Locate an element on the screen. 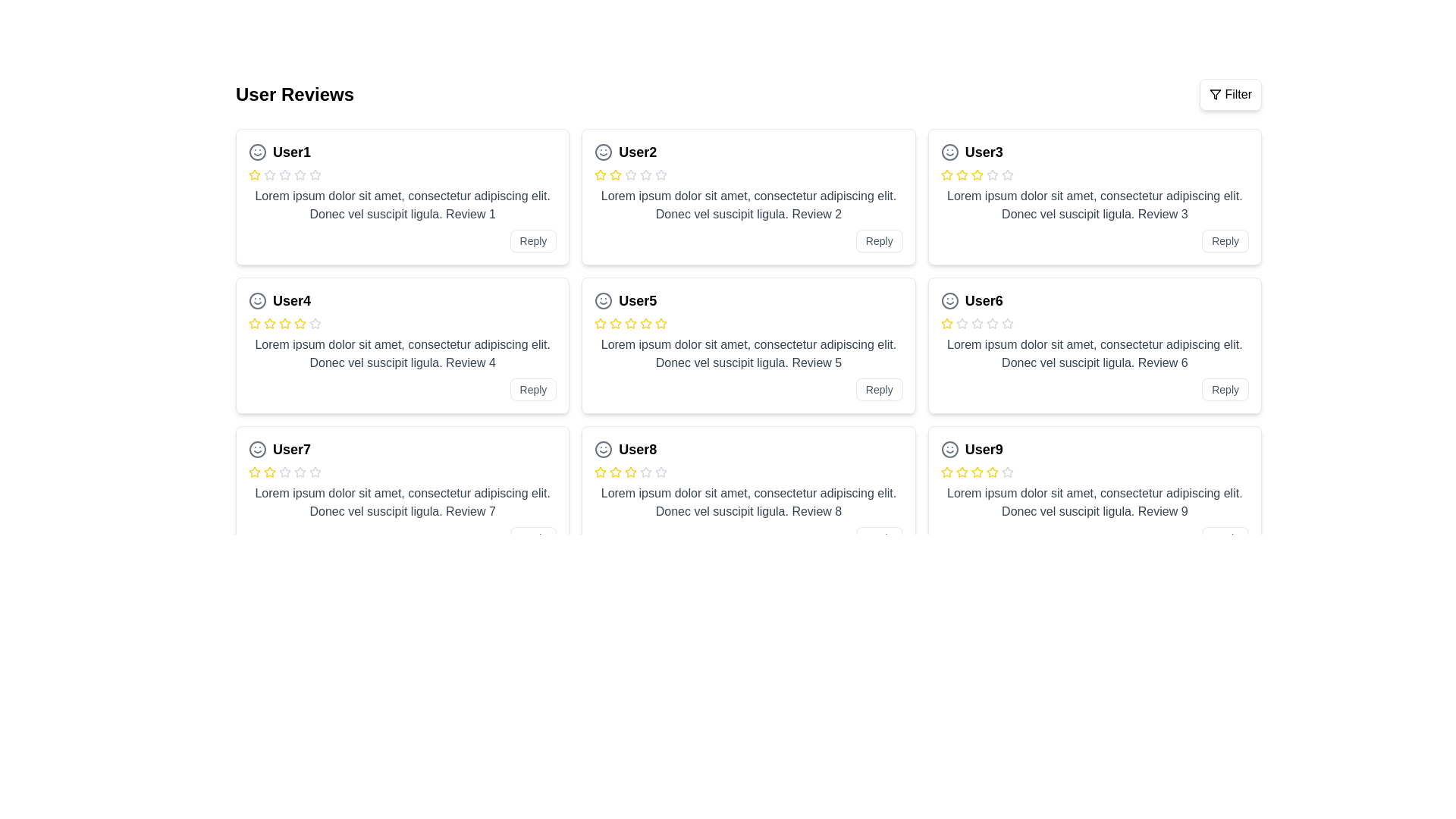 Image resolution: width=1456 pixels, height=819 pixels. 'User Reviews' text label displayed in bold and large font located in the upper-left section of the interface is located at coordinates (294, 94).